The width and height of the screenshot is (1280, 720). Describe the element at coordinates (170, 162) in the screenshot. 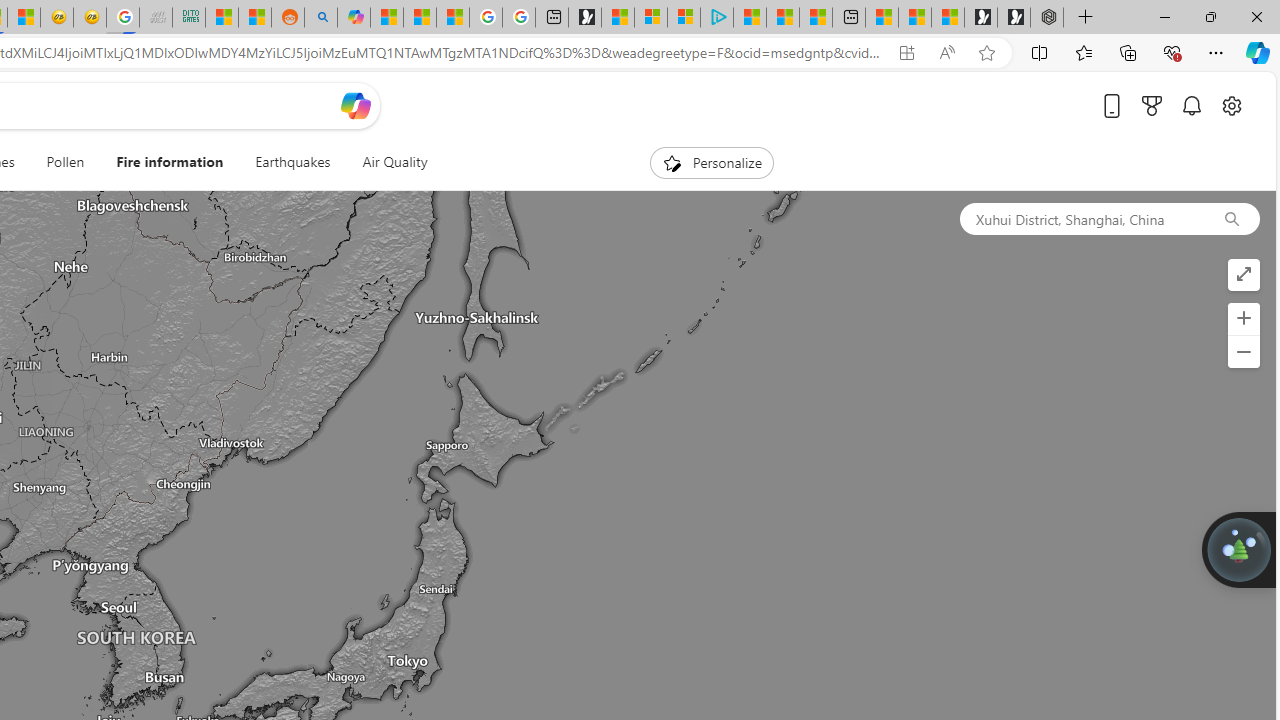

I see `'Fire information'` at that location.